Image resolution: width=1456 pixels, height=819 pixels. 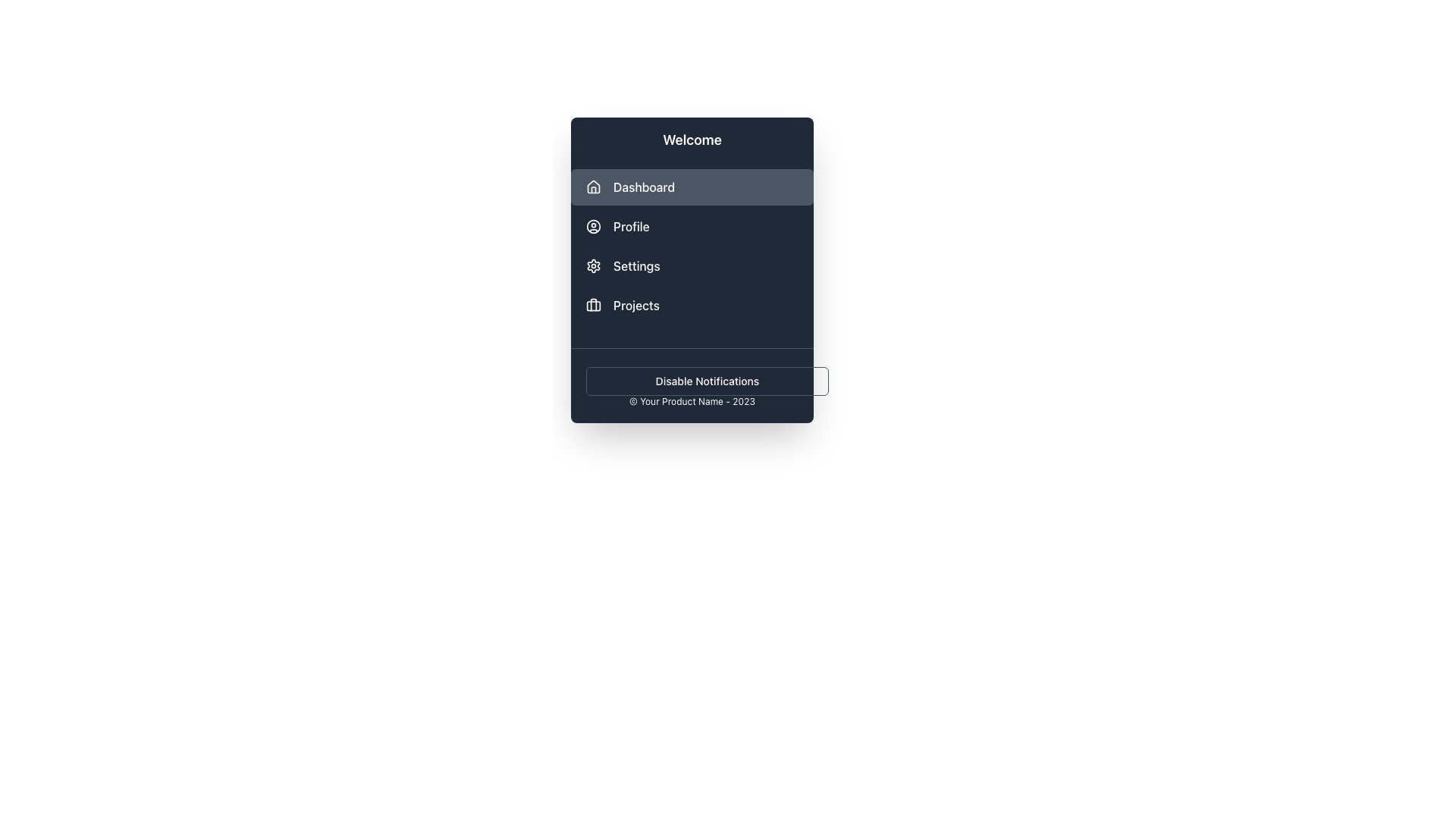 What do you see at coordinates (691, 305) in the screenshot?
I see `the 'Projects' button located in the sidebar, which is the fourth item in the vertical list of menu options` at bounding box center [691, 305].